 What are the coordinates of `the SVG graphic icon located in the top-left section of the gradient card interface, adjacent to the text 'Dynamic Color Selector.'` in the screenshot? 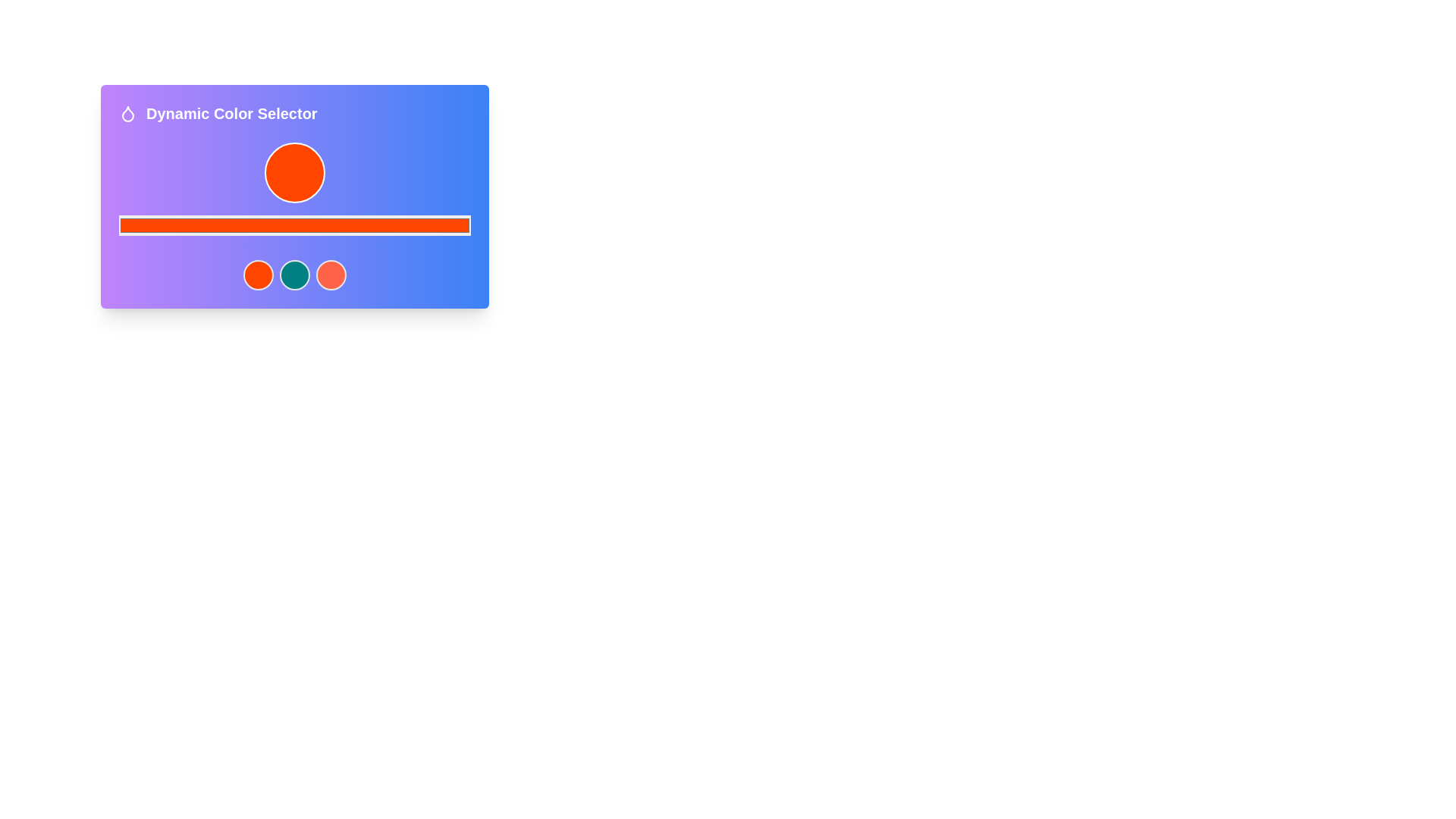 It's located at (127, 113).